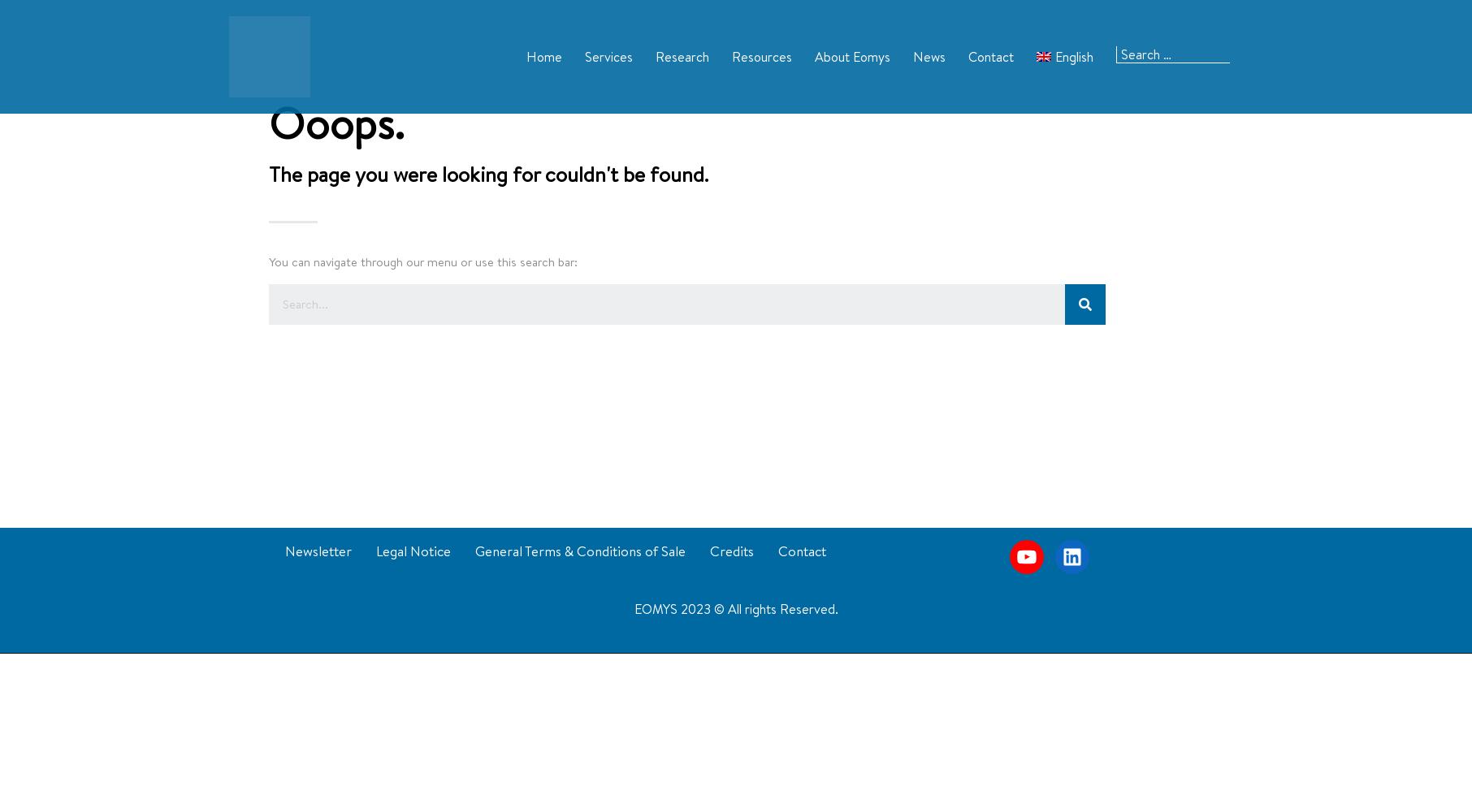 The image size is (1472, 812). What do you see at coordinates (828, 104) in the screenshot?
I see `'Vision & values'` at bounding box center [828, 104].